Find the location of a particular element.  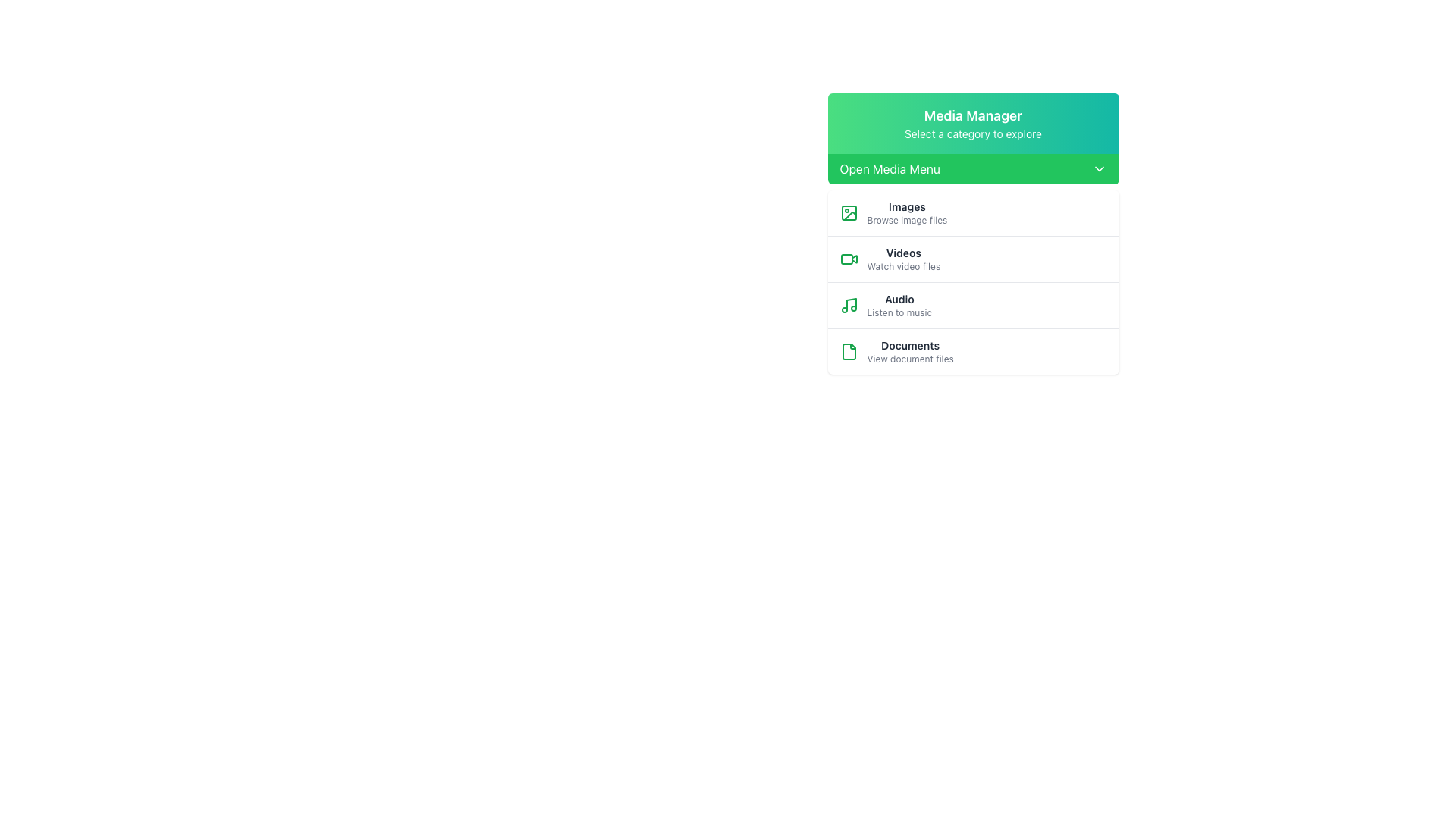

the static informational header section that introduces the media management interface, located above the 'Open Media Menu' green button is located at coordinates (973, 122).